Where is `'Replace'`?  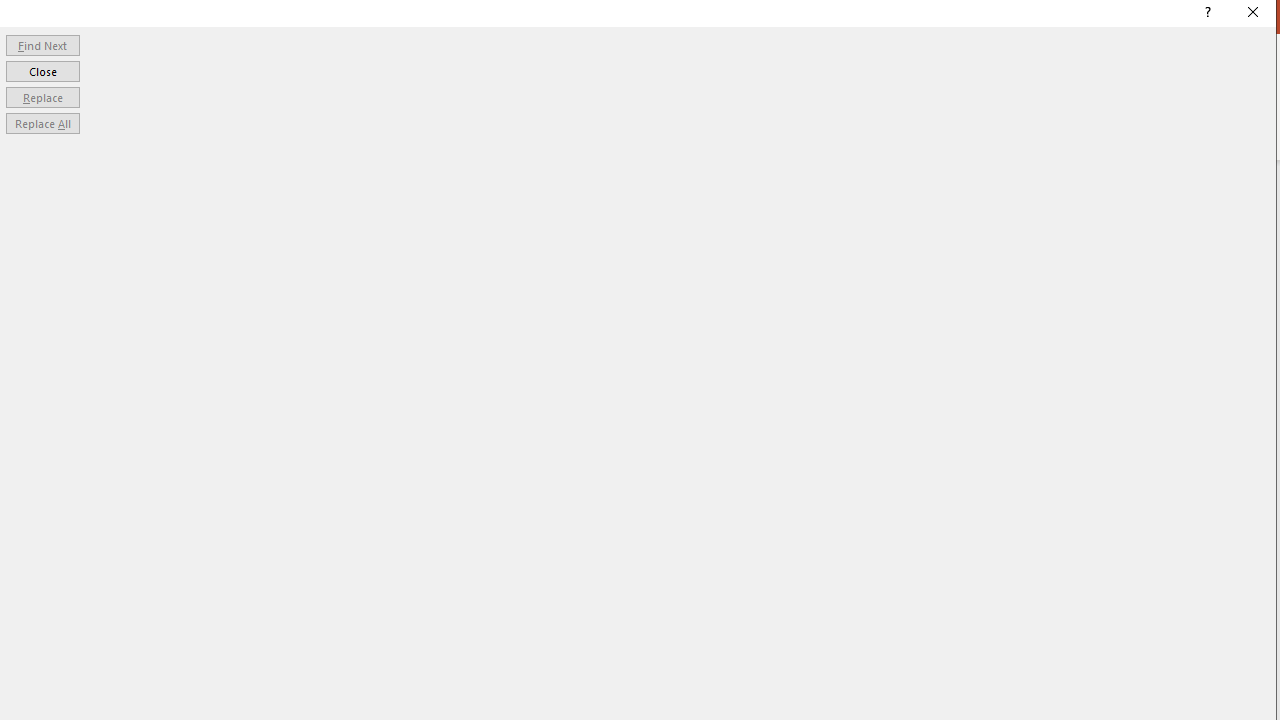
'Replace' is located at coordinates (42, 97).